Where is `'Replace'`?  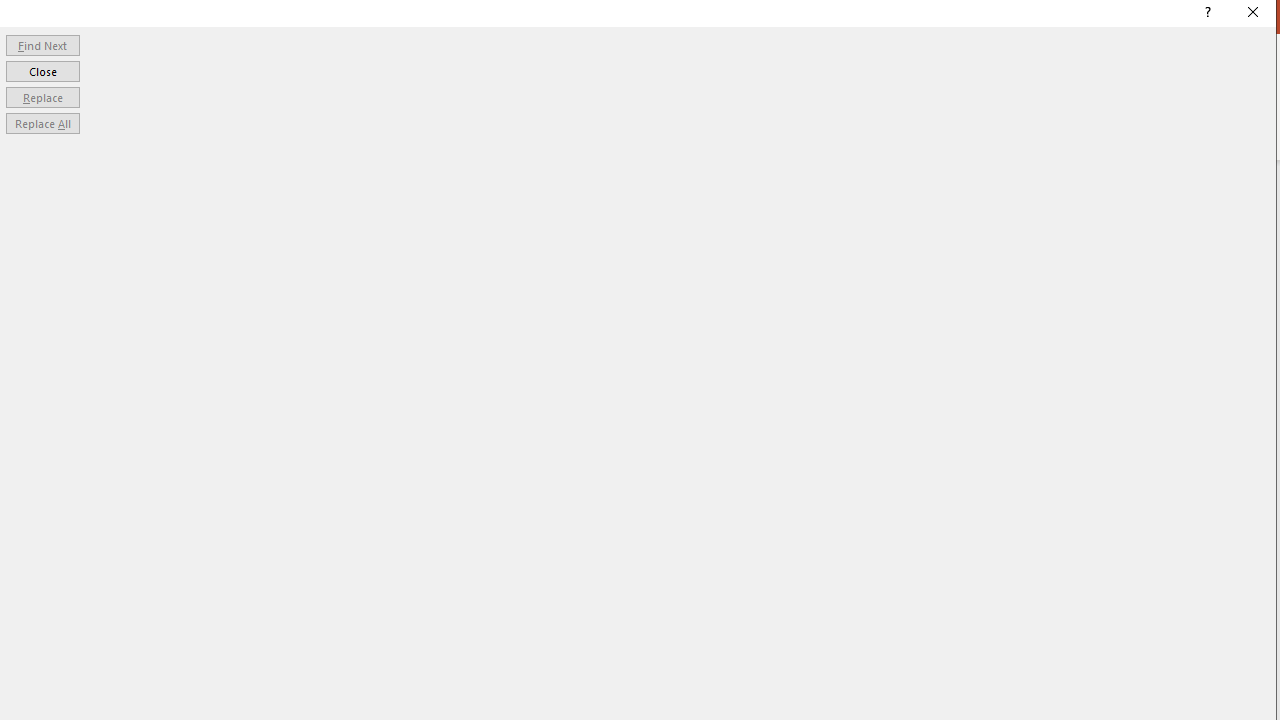
'Replace' is located at coordinates (42, 97).